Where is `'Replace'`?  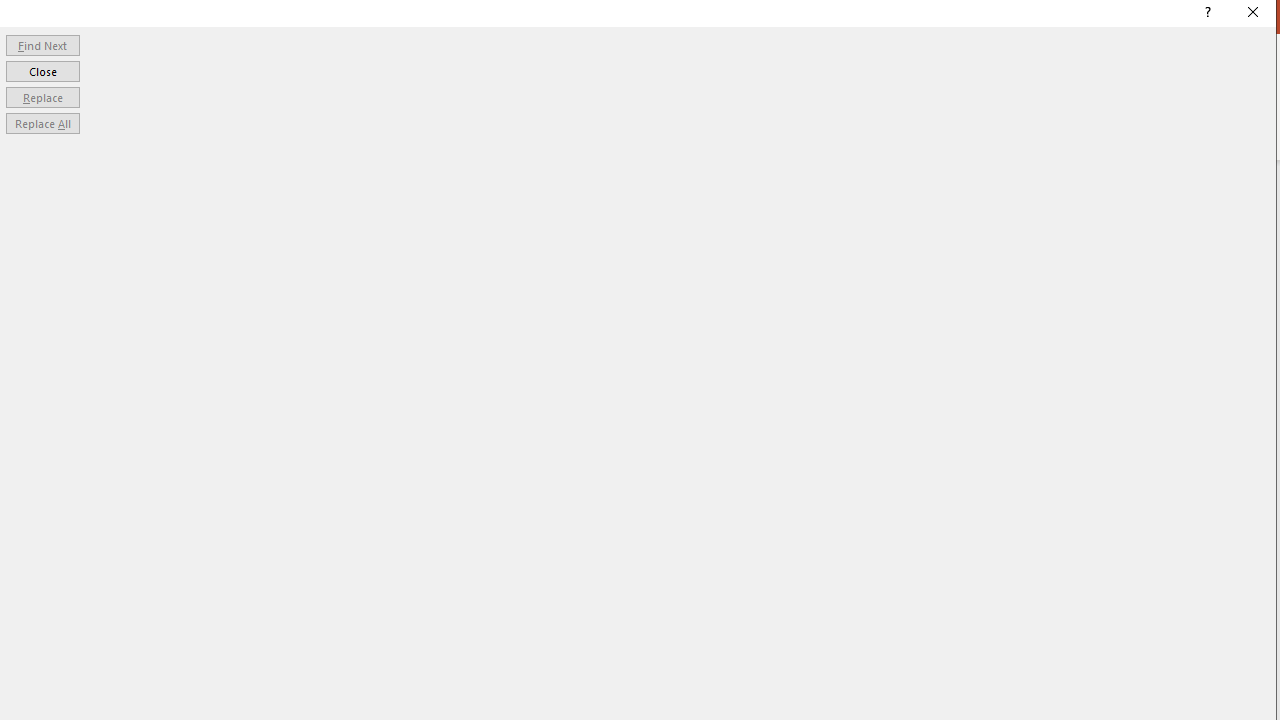
'Replace' is located at coordinates (42, 97).